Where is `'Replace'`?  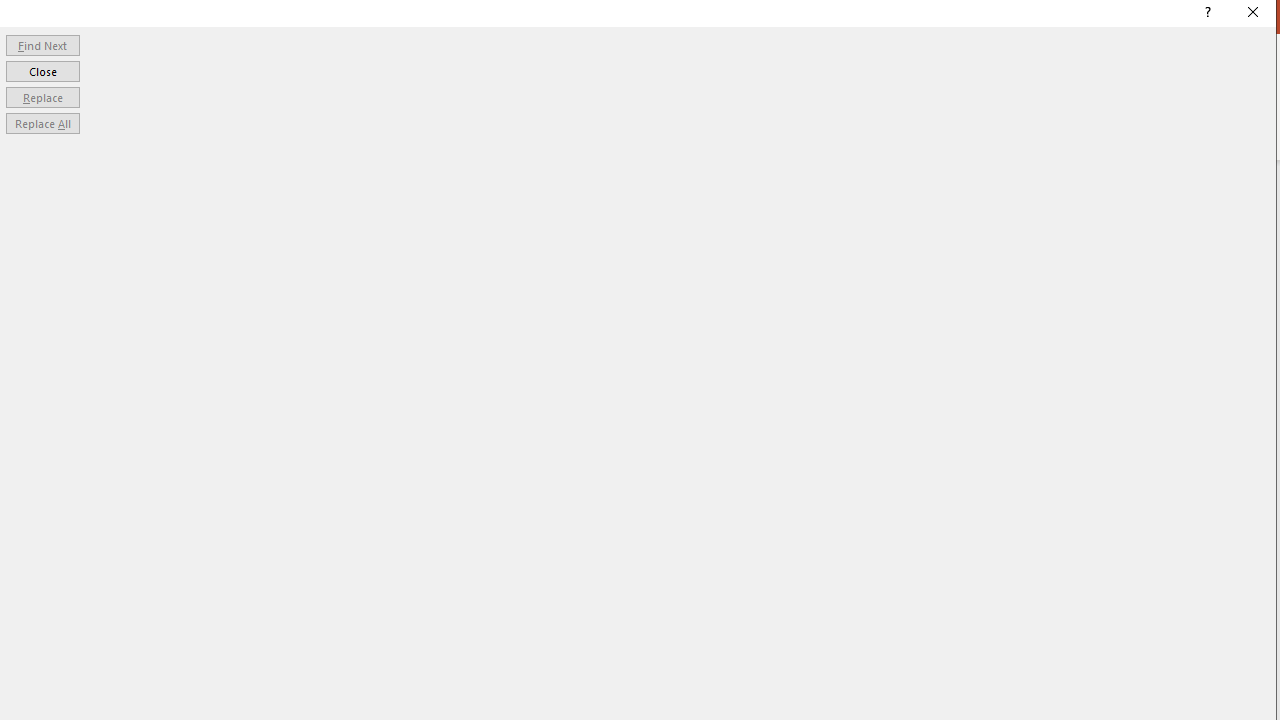
'Replace' is located at coordinates (42, 97).